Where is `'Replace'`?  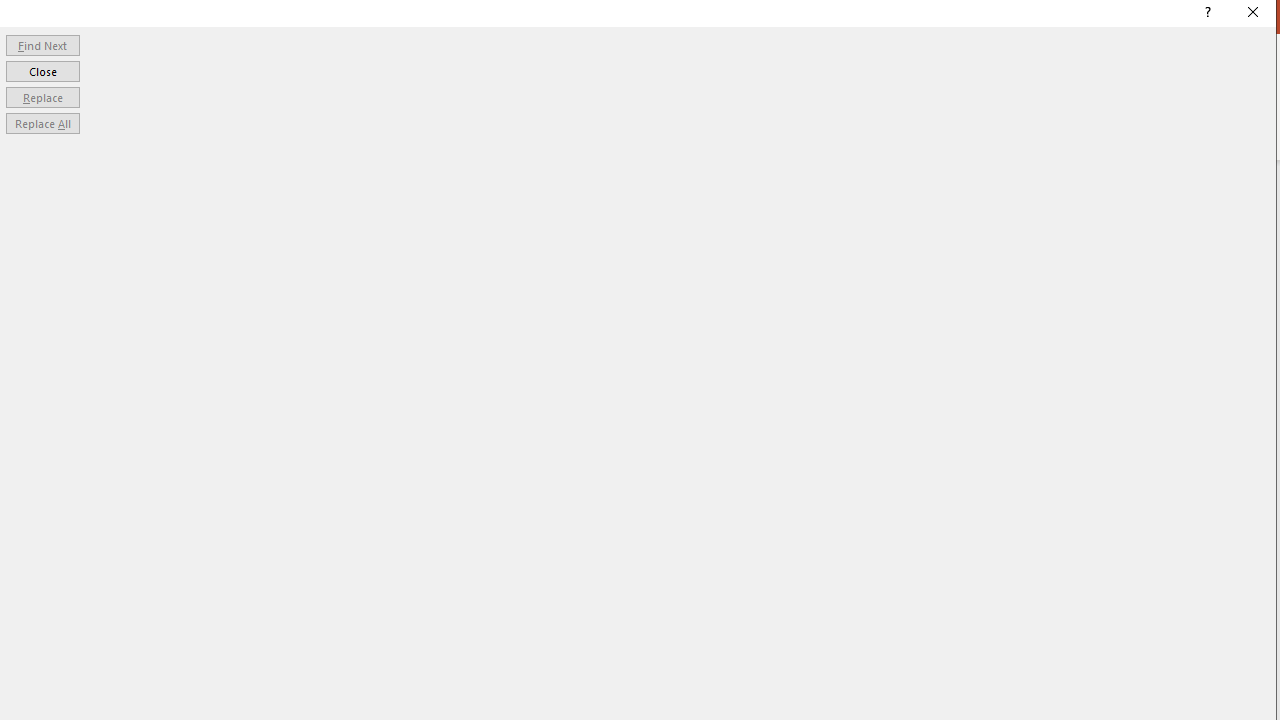
'Replace' is located at coordinates (42, 97).